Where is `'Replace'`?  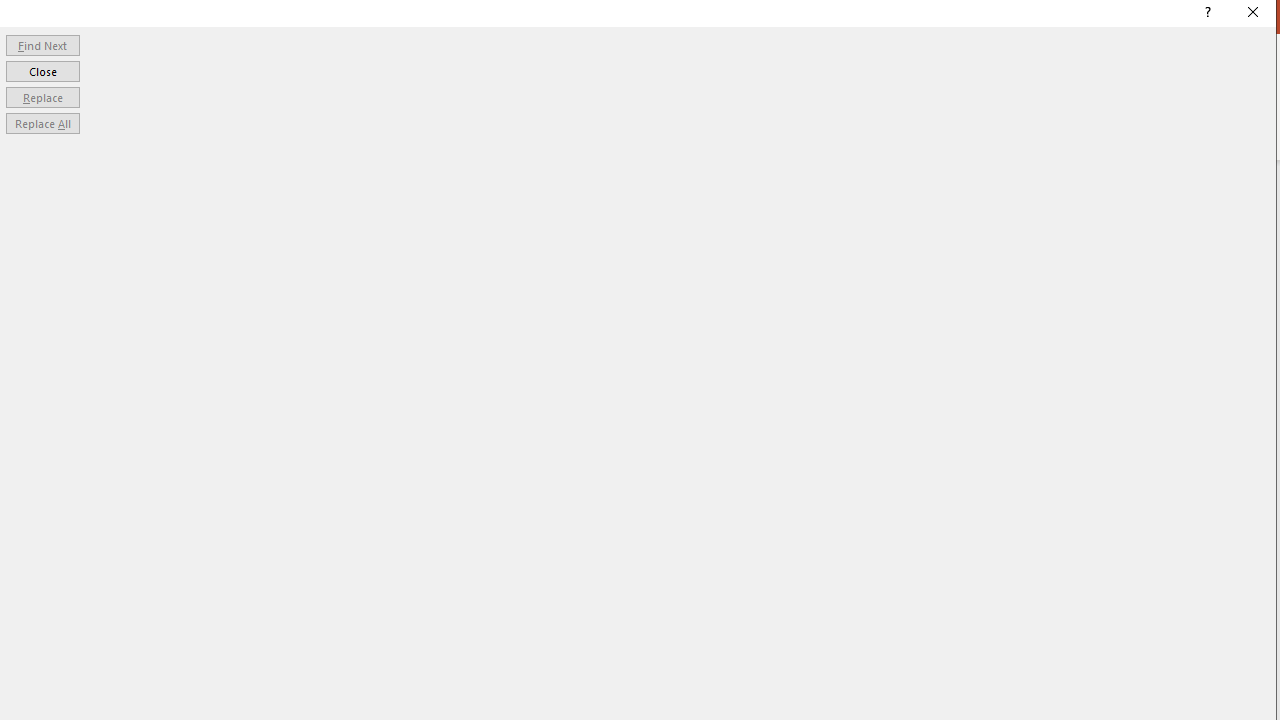
'Replace' is located at coordinates (42, 97).